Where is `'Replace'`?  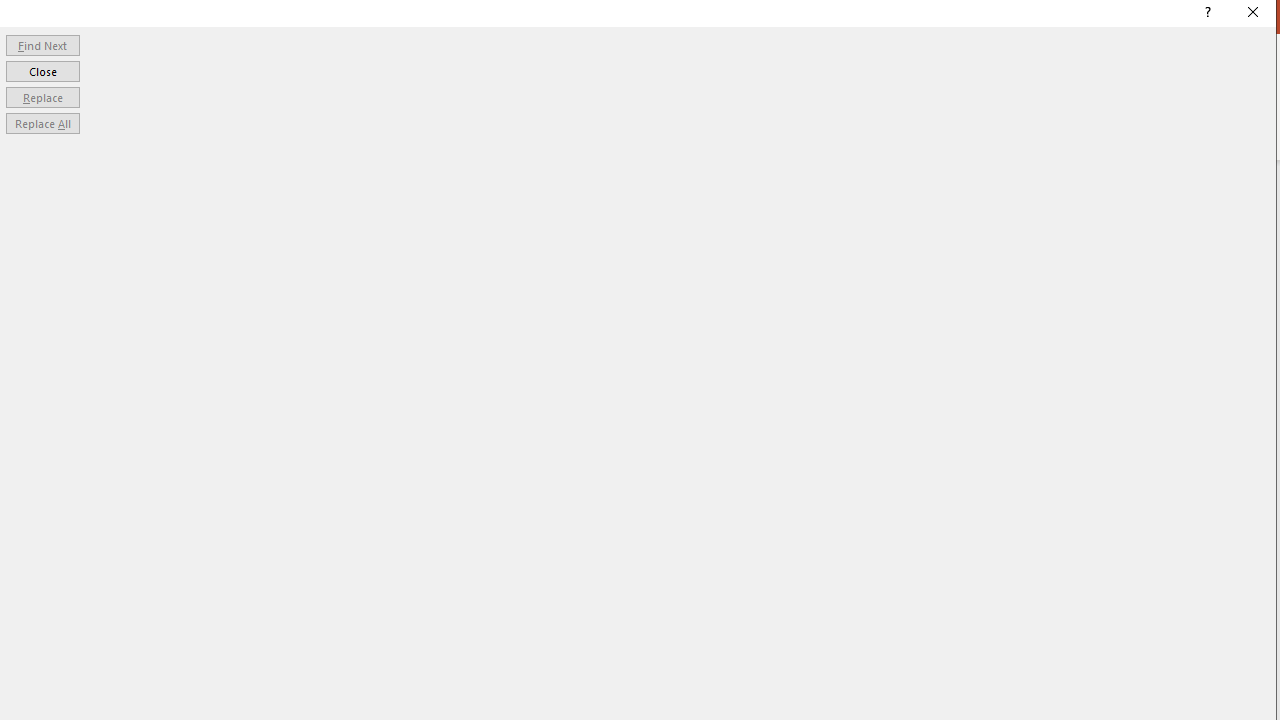
'Replace' is located at coordinates (42, 97).